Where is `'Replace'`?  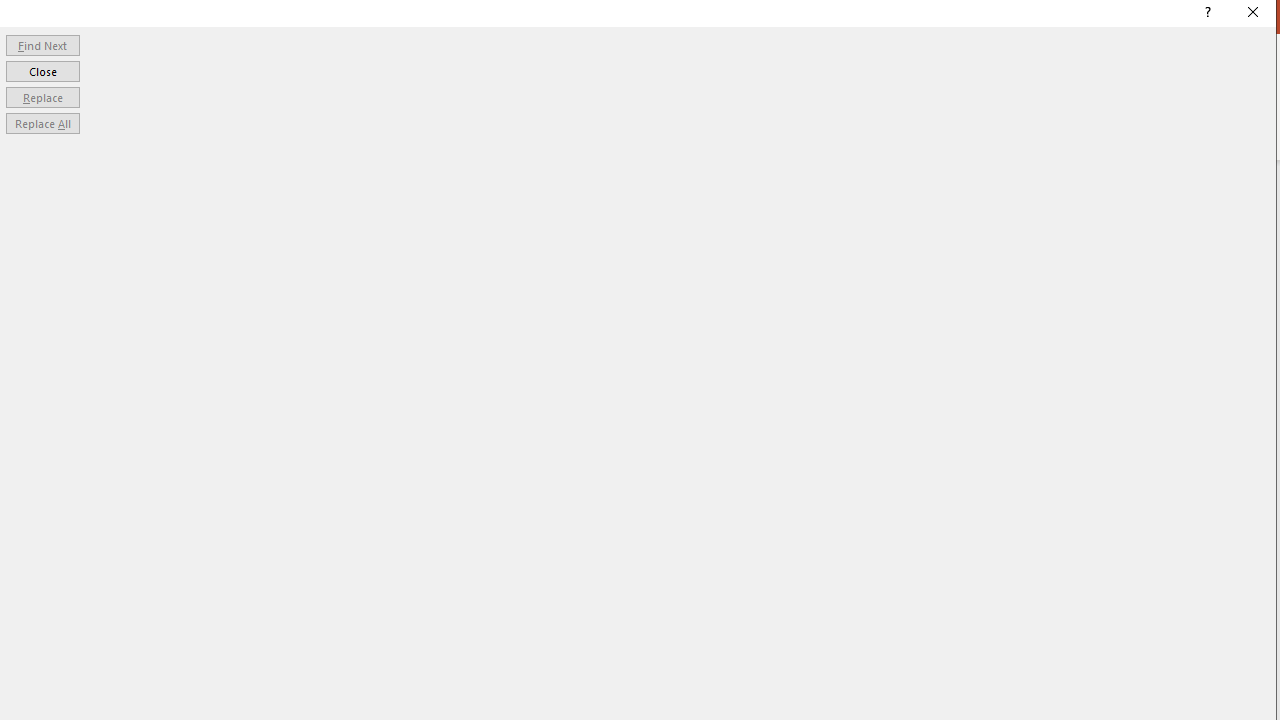
'Replace' is located at coordinates (42, 97).